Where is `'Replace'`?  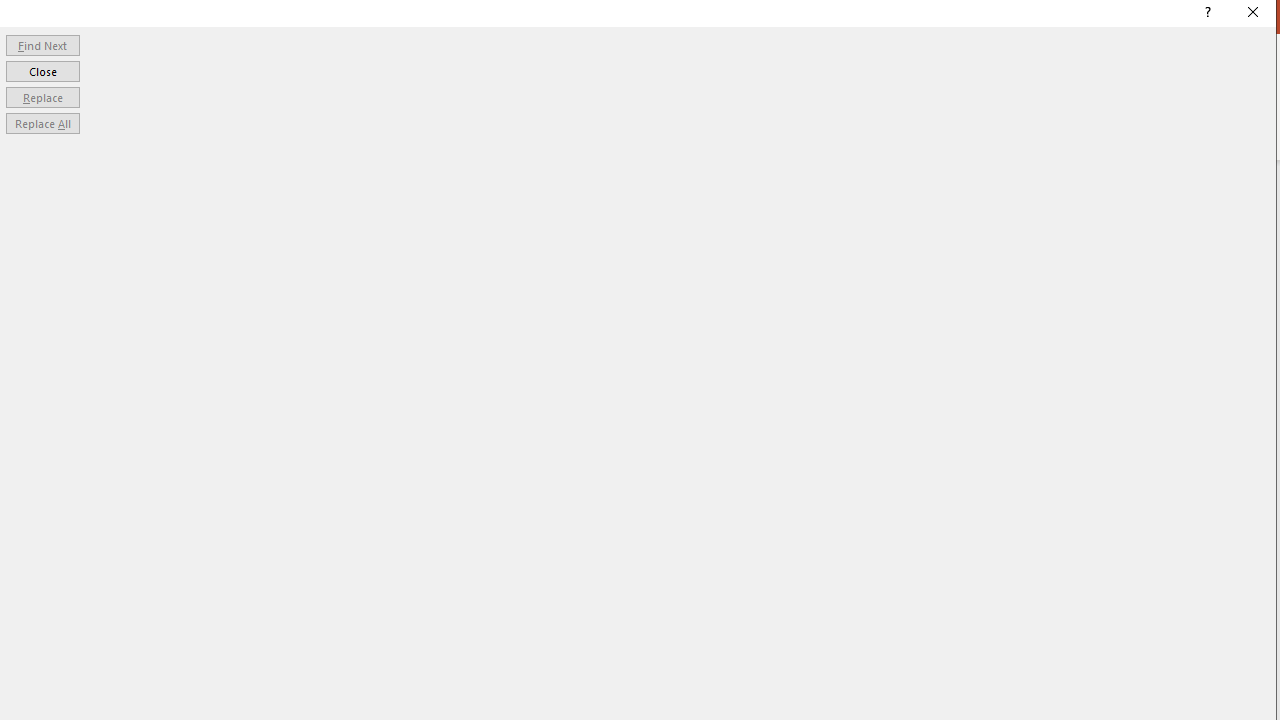
'Replace' is located at coordinates (42, 97).